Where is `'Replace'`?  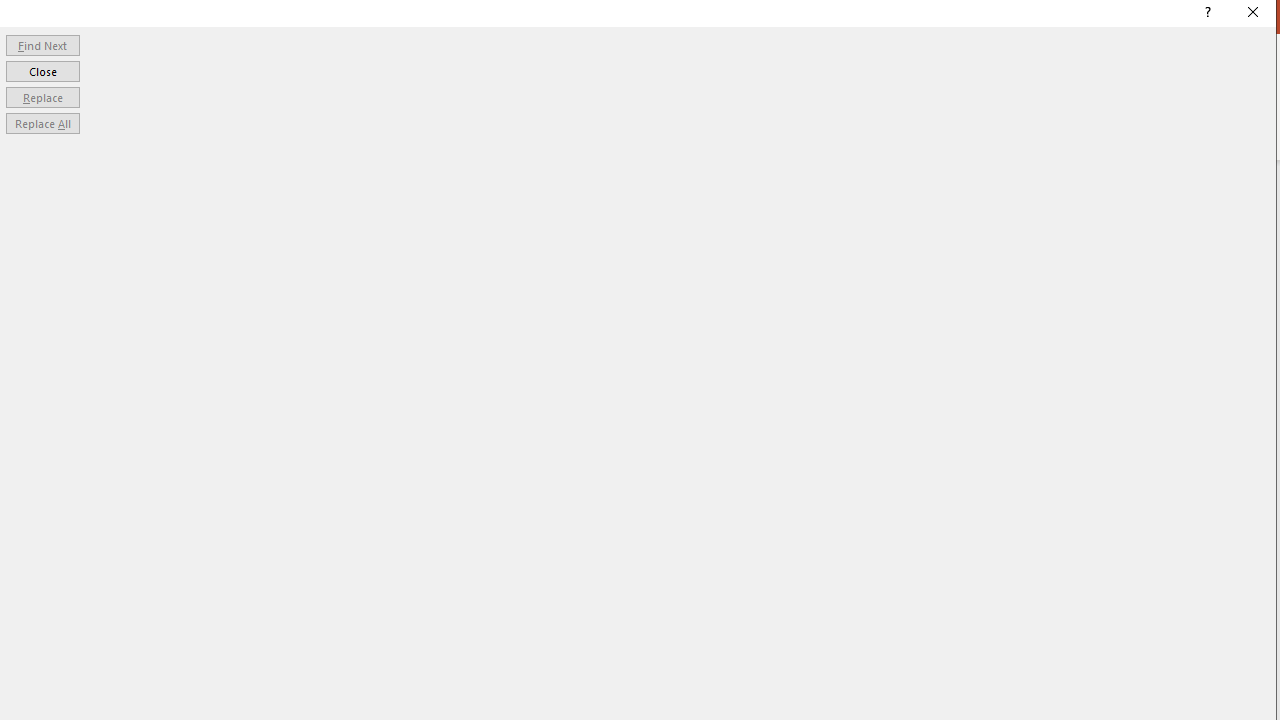
'Replace' is located at coordinates (42, 97).